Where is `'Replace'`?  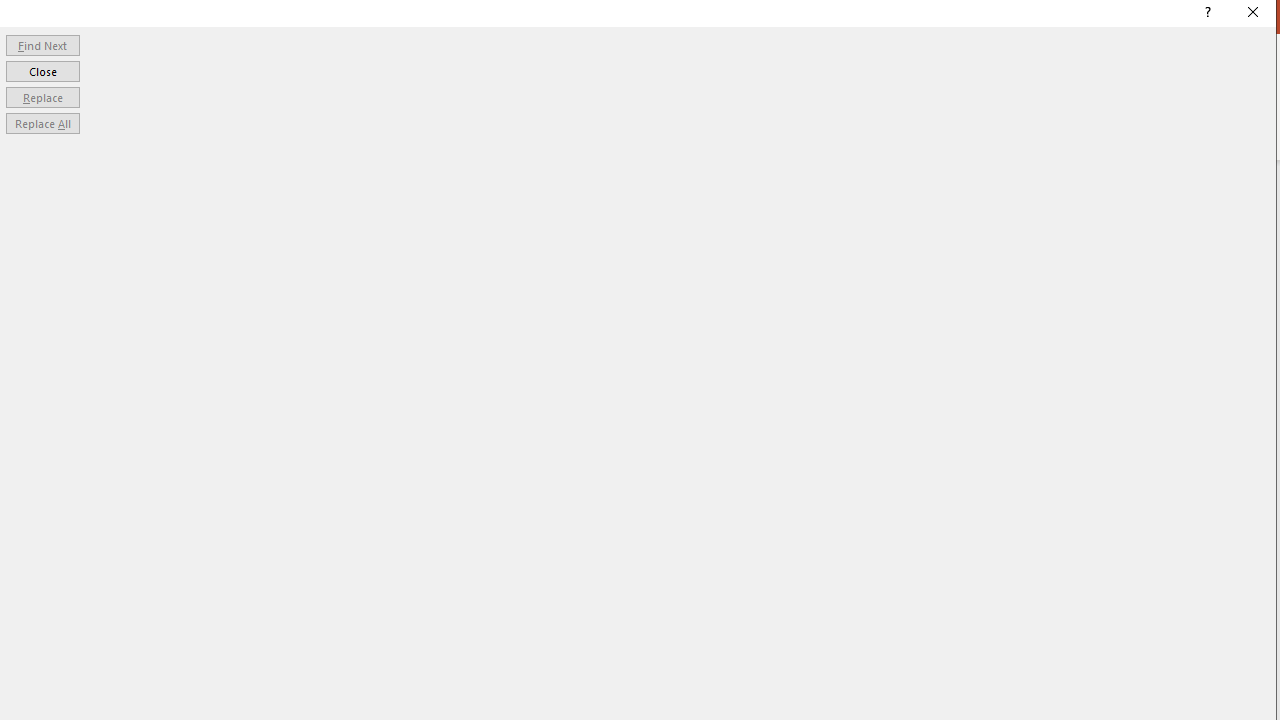
'Replace' is located at coordinates (42, 97).